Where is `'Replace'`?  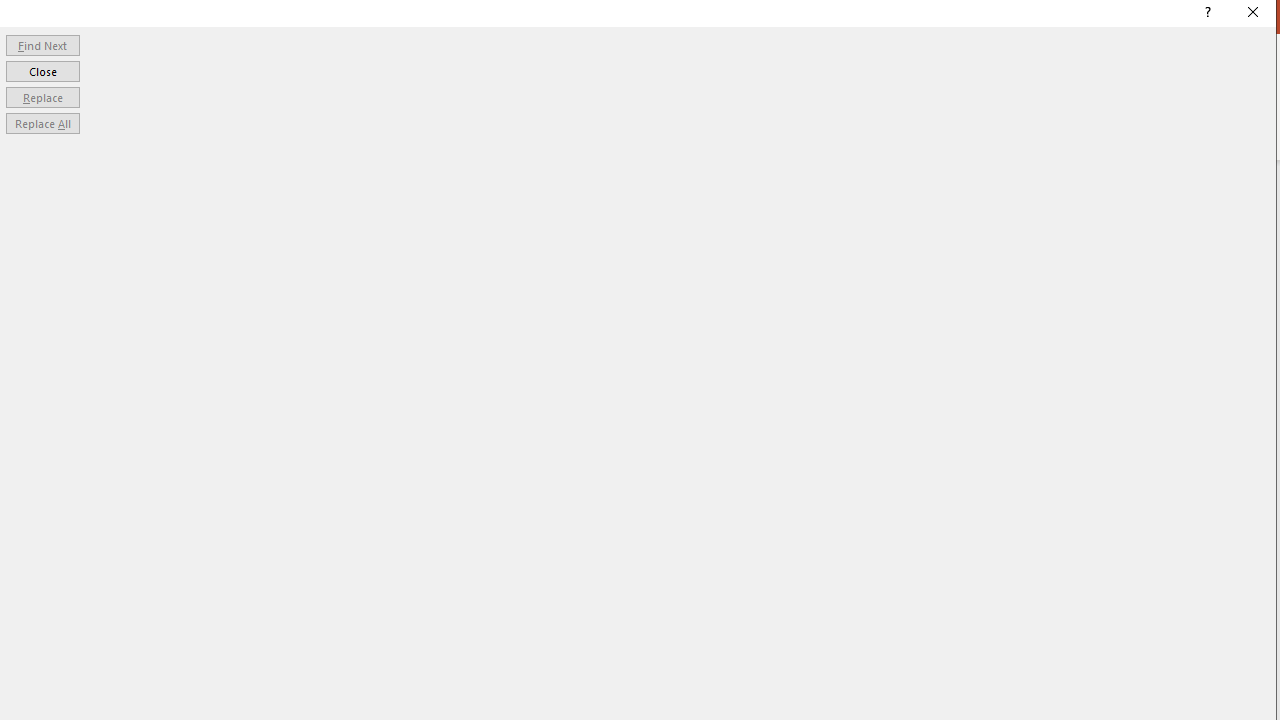
'Replace' is located at coordinates (42, 97).